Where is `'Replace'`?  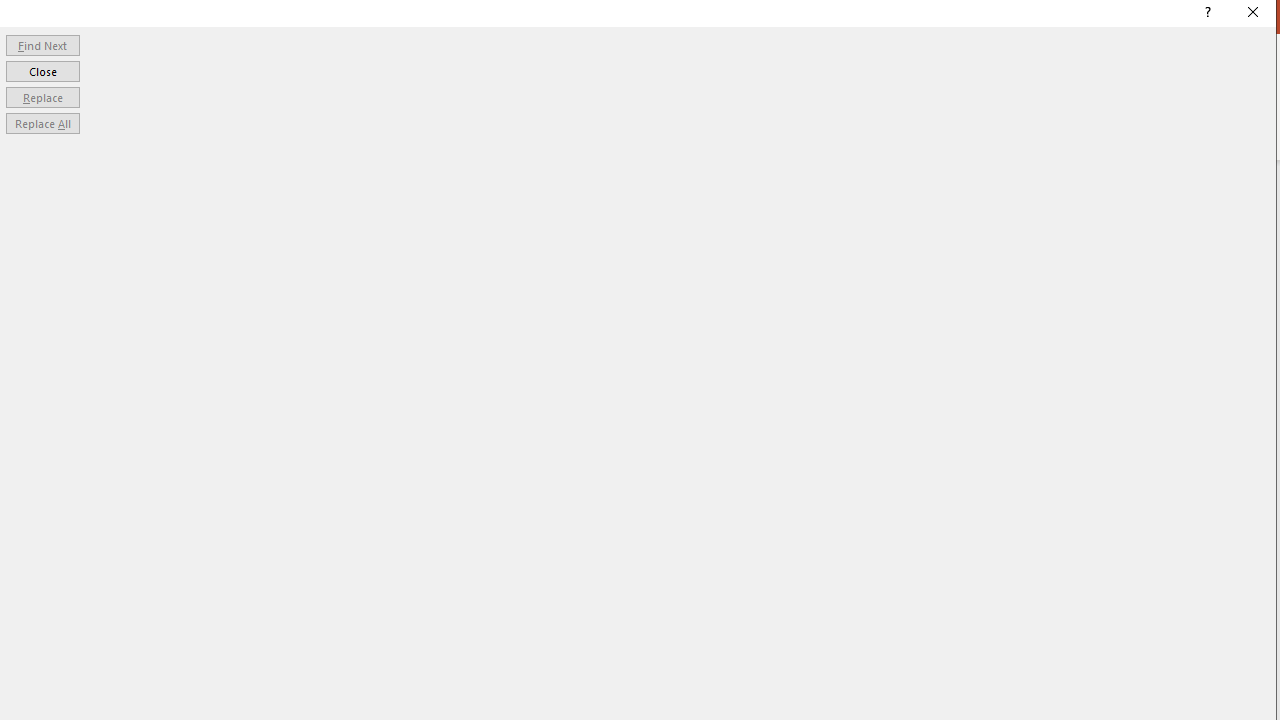
'Replace' is located at coordinates (42, 97).